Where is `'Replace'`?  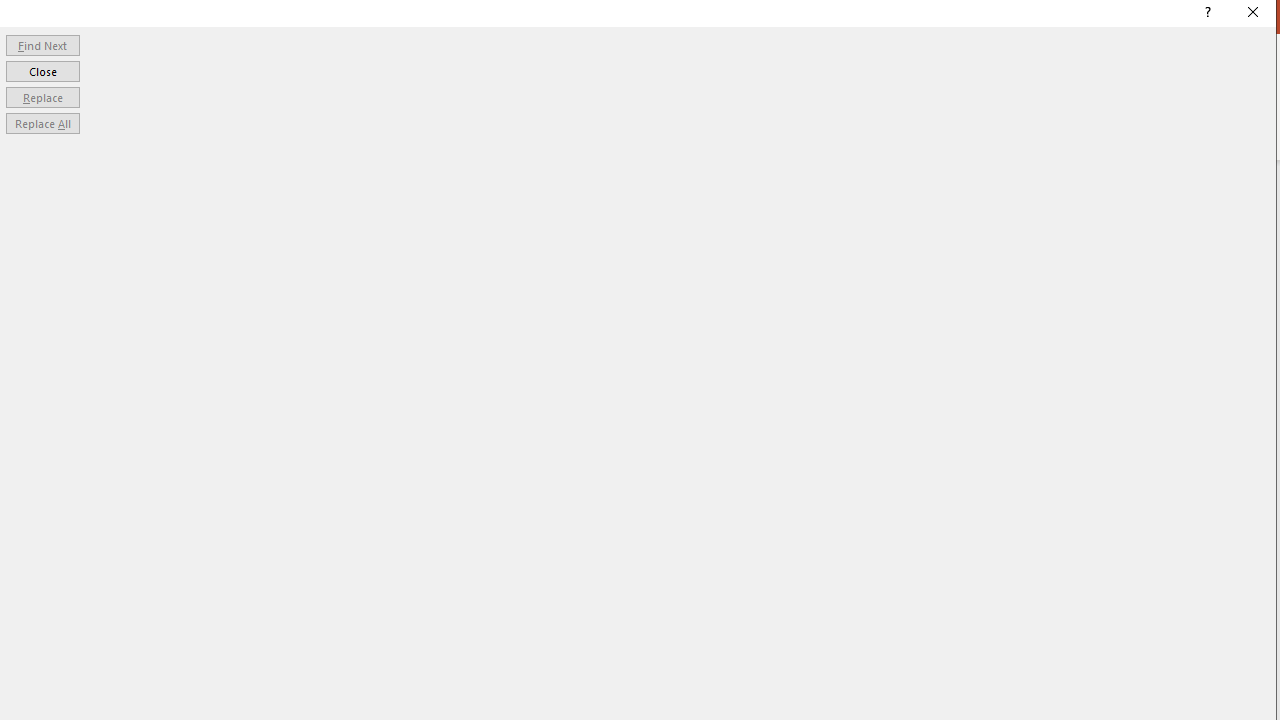
'Replace' is located at coordinates (42, 97).